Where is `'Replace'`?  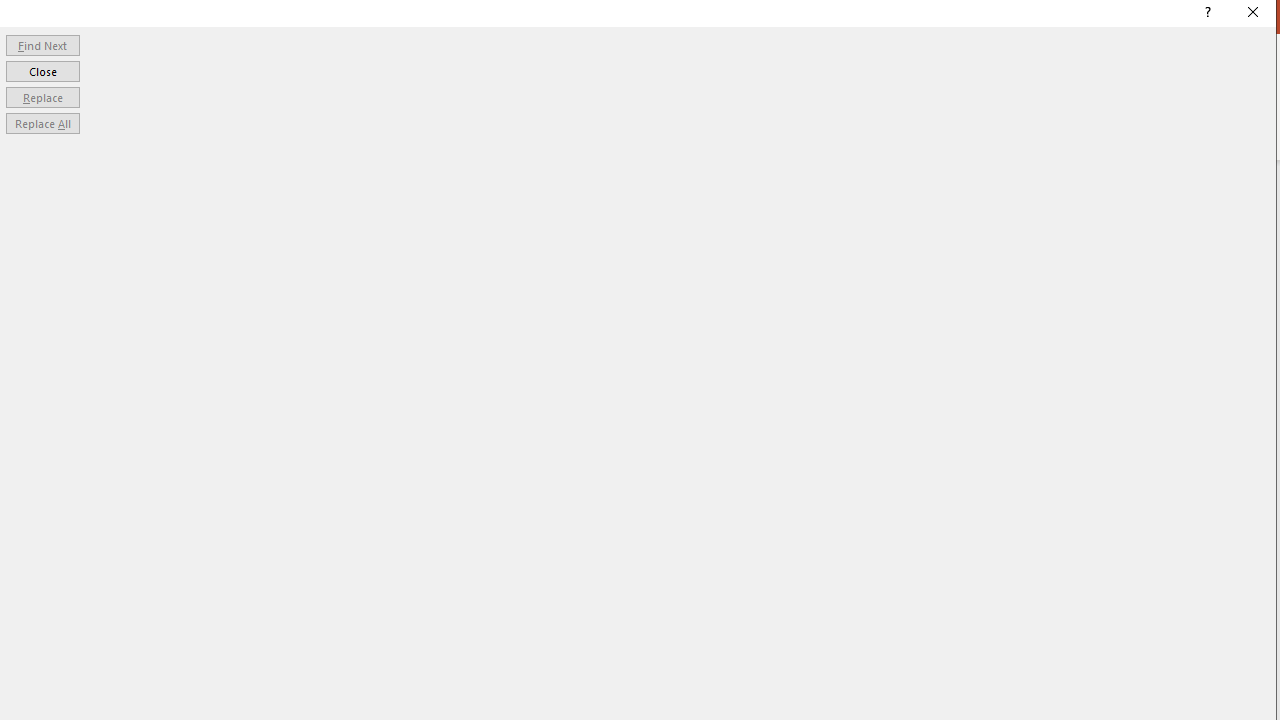
'Replace' is located at coordinates (42, 97).